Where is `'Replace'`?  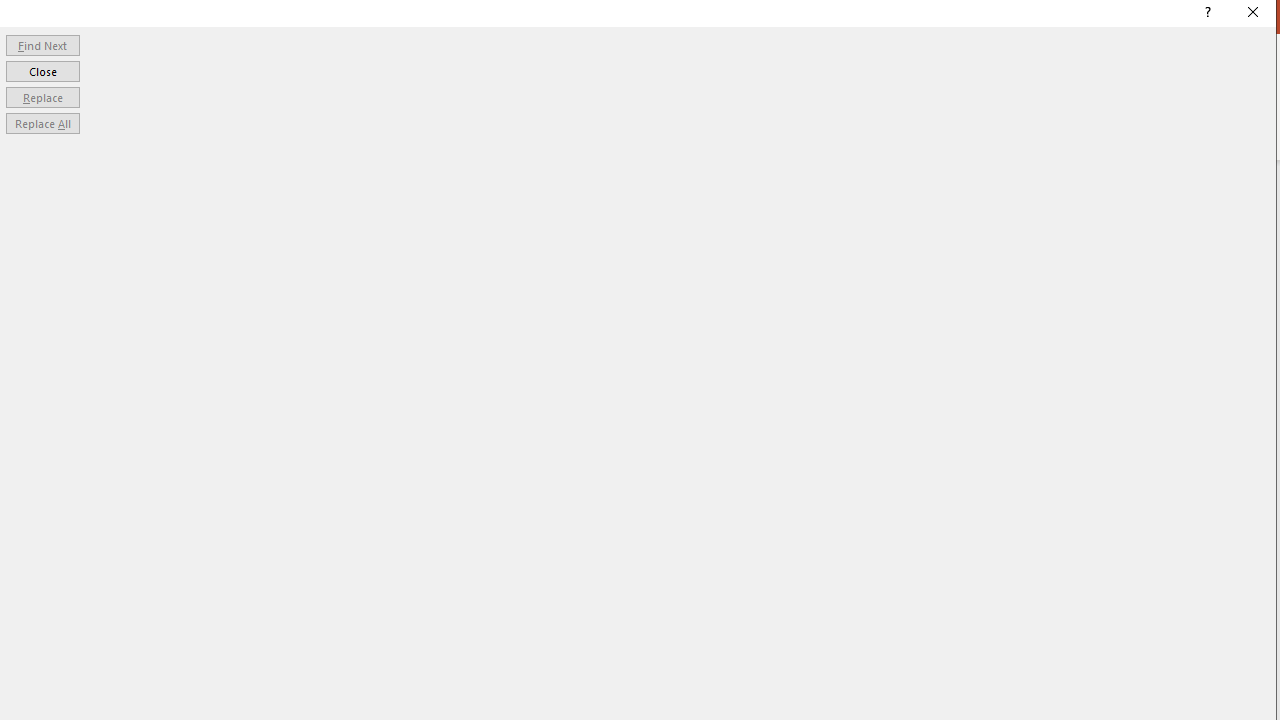
'Replace' is located at coordinates (42, 97).